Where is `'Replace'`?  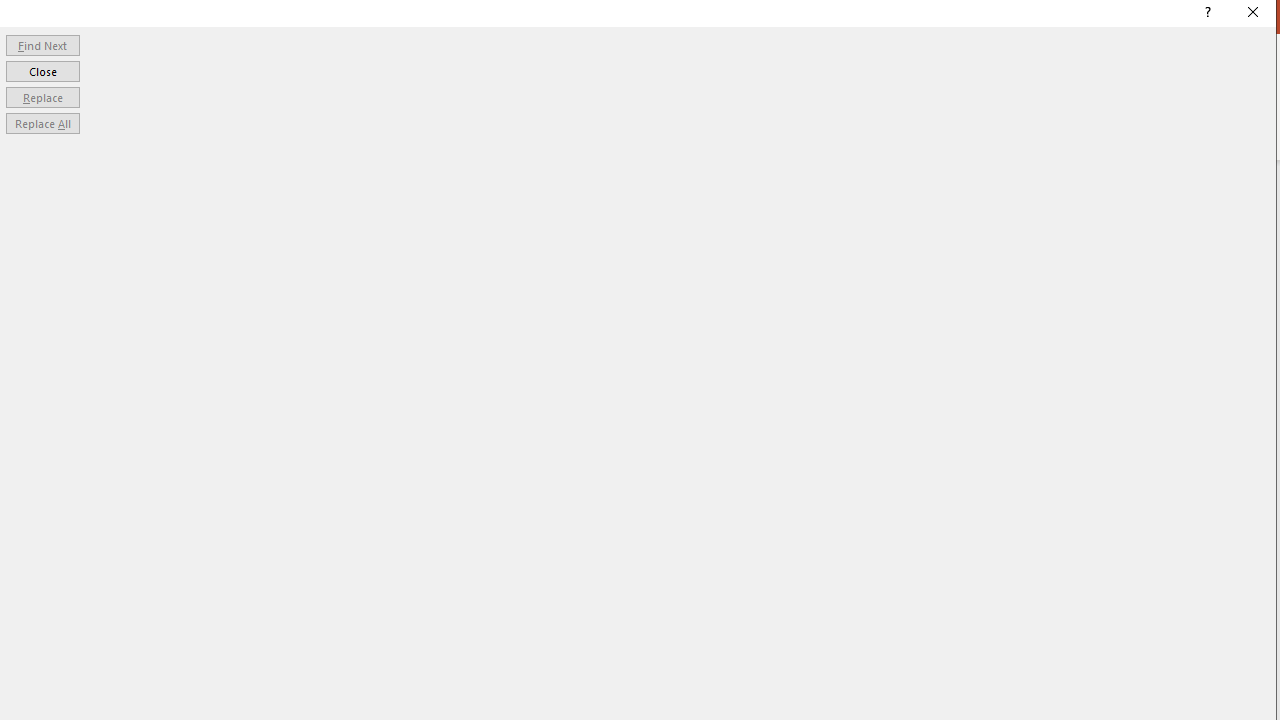
'Replace' is located at coordinates (42, 97).